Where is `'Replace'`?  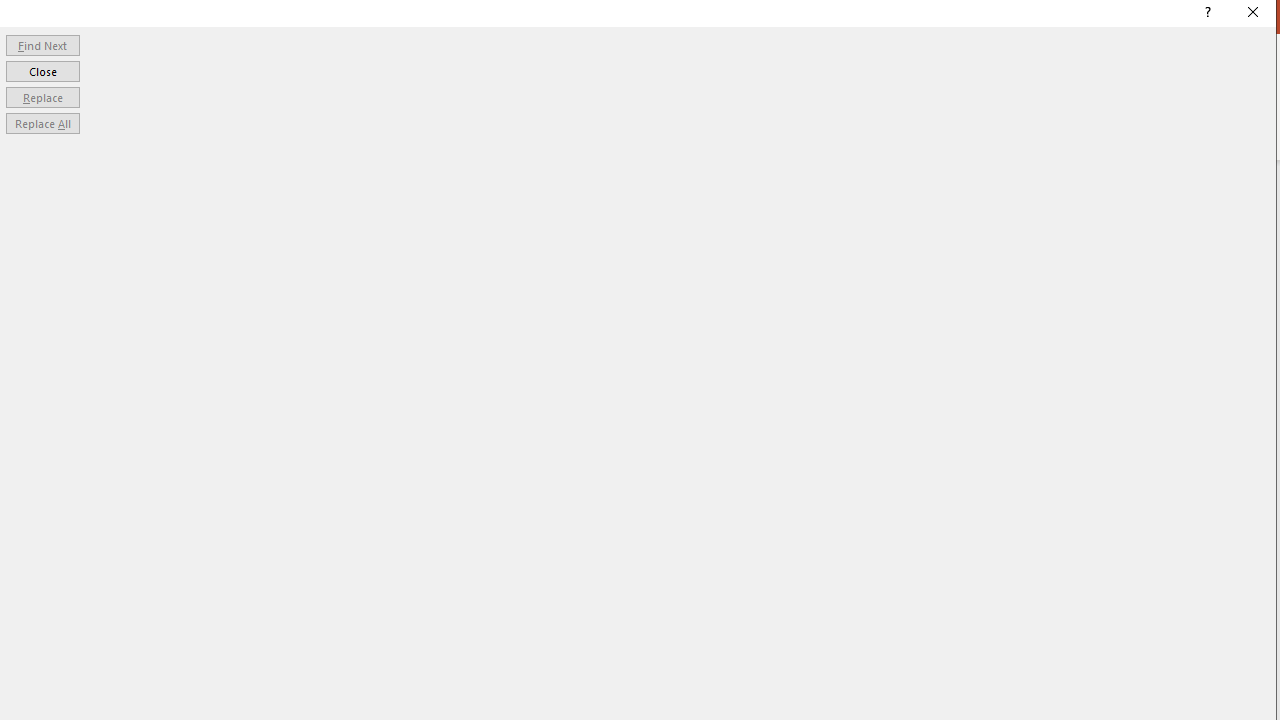
'Replace' is located at coordinates (42, 97).